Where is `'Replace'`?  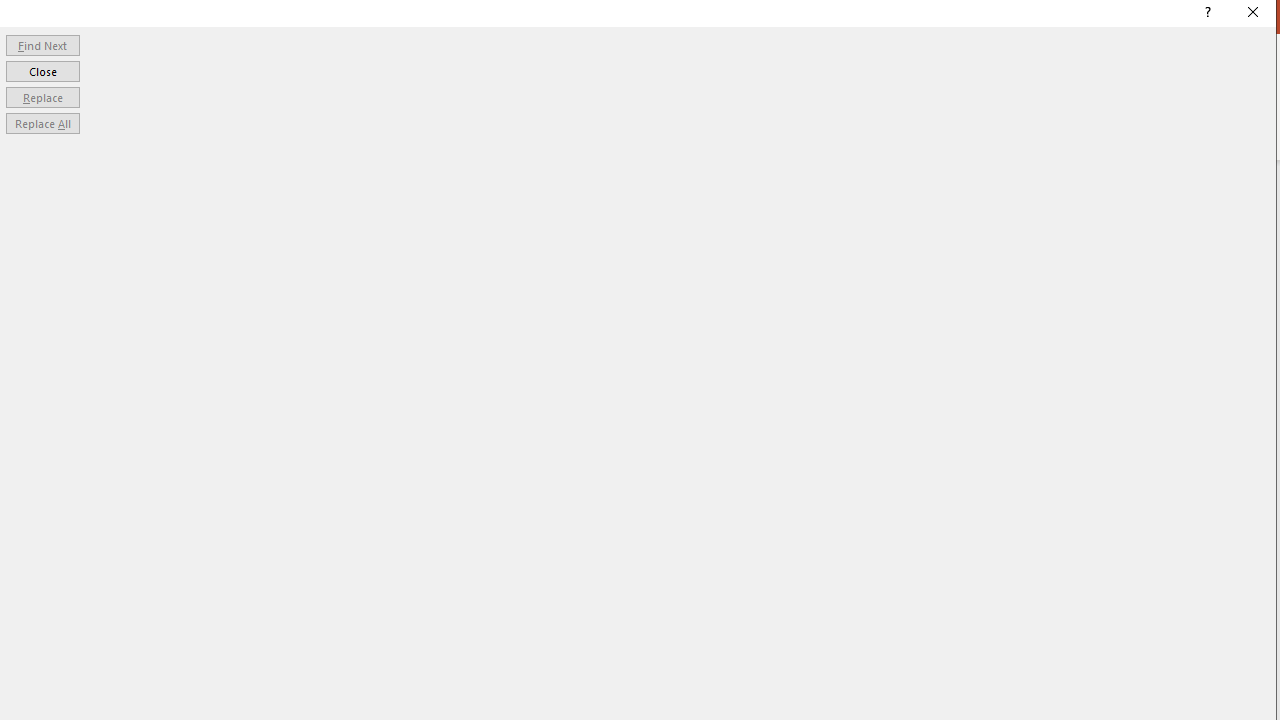
'Replace' is located at coordinates (42, 97).